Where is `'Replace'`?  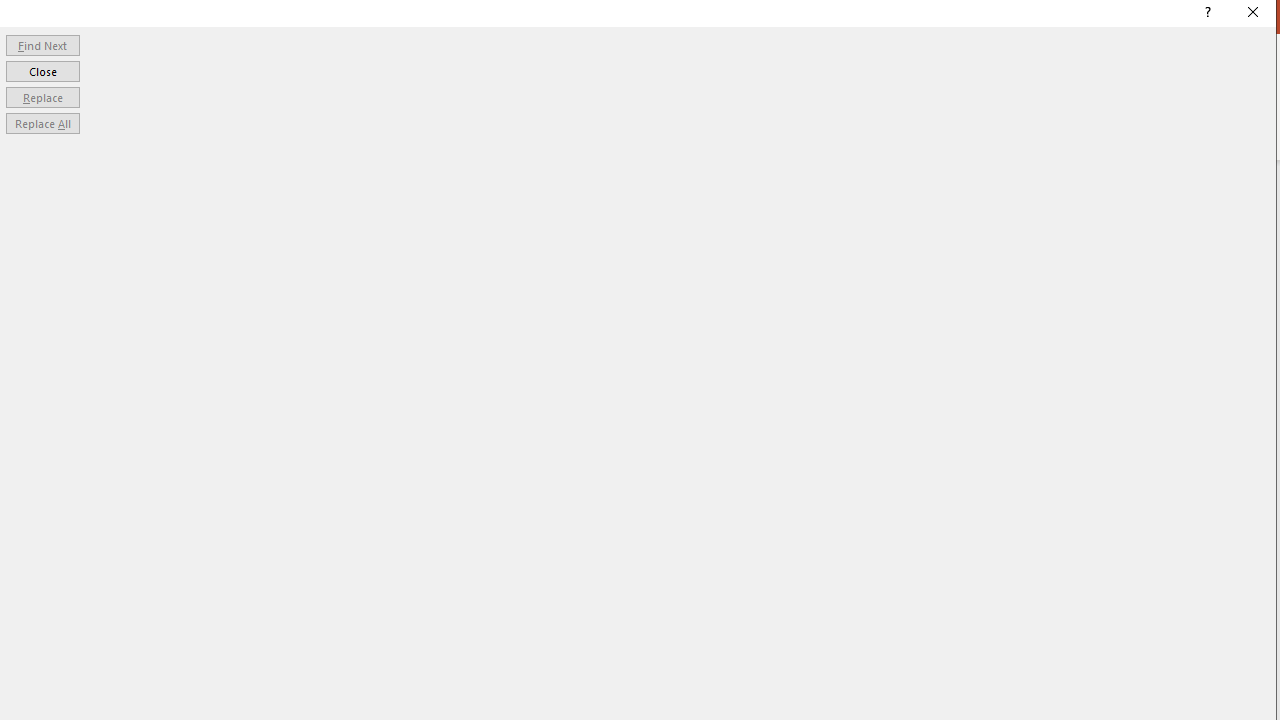
'Replace' is located at coordinates (42, 97).